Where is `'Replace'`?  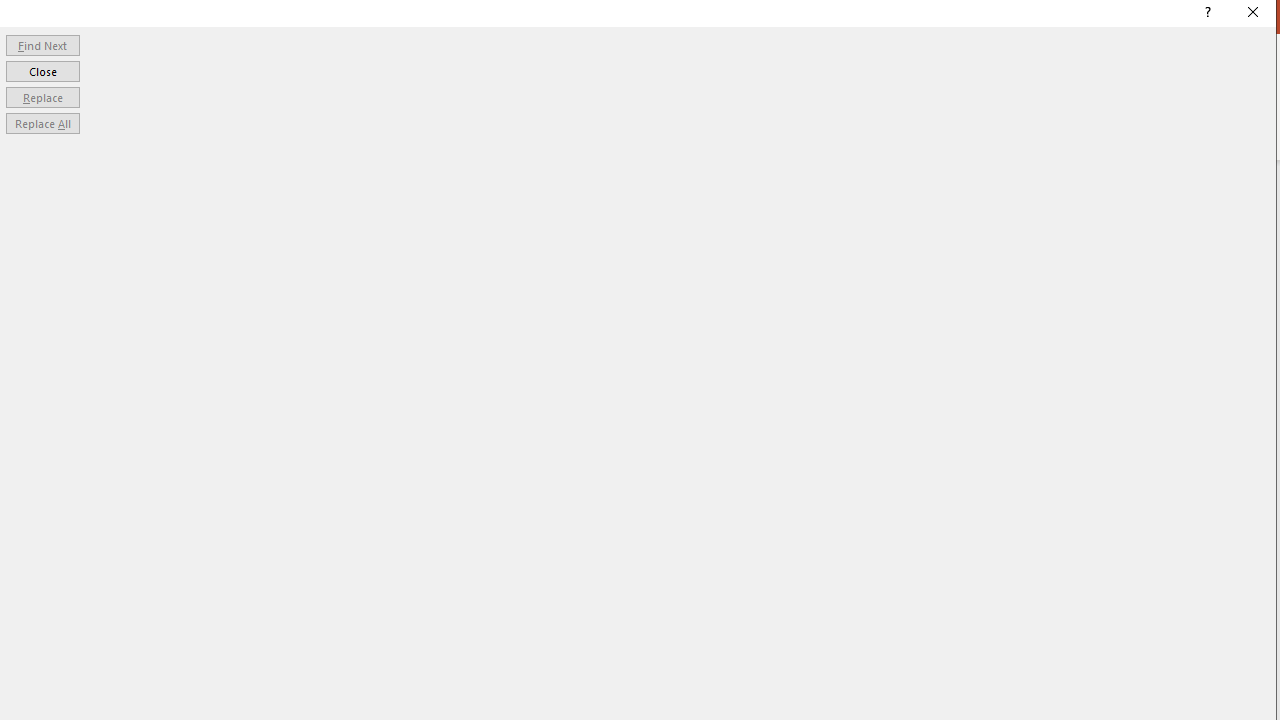
'Replace' is located at coordinates (42, 97).